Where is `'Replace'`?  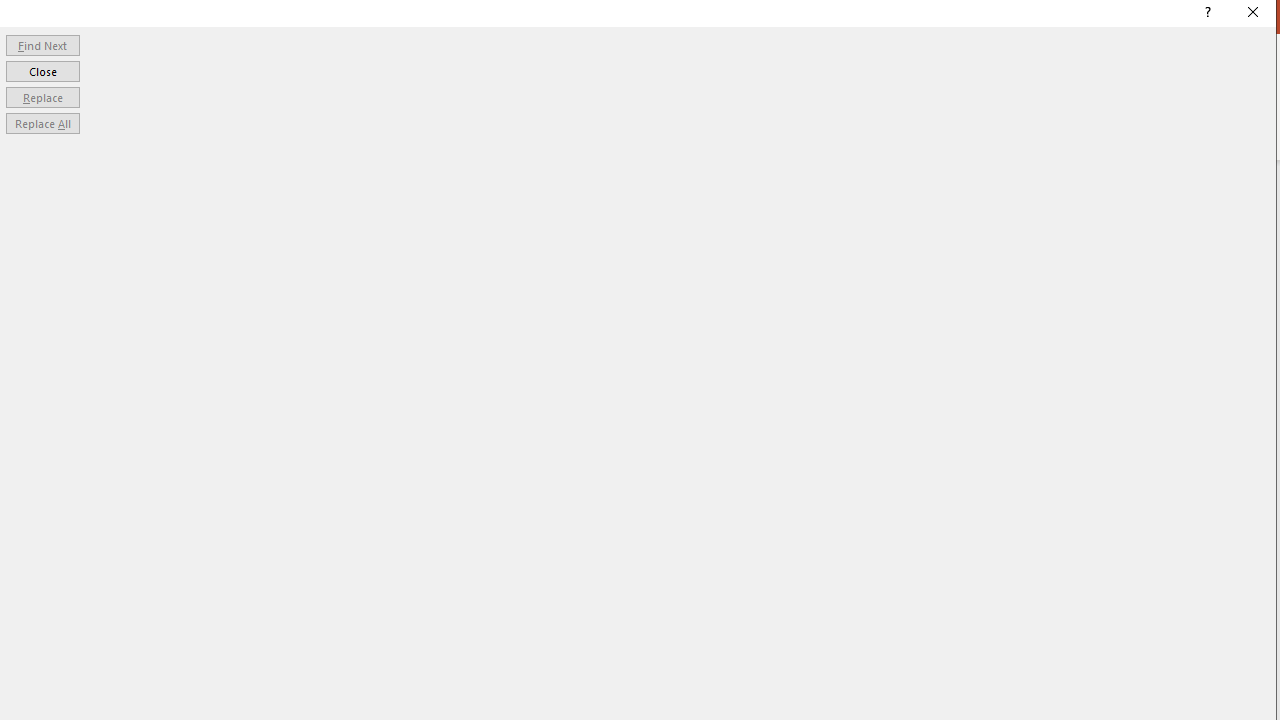
'Replace' is located at coordinates (42, 97).